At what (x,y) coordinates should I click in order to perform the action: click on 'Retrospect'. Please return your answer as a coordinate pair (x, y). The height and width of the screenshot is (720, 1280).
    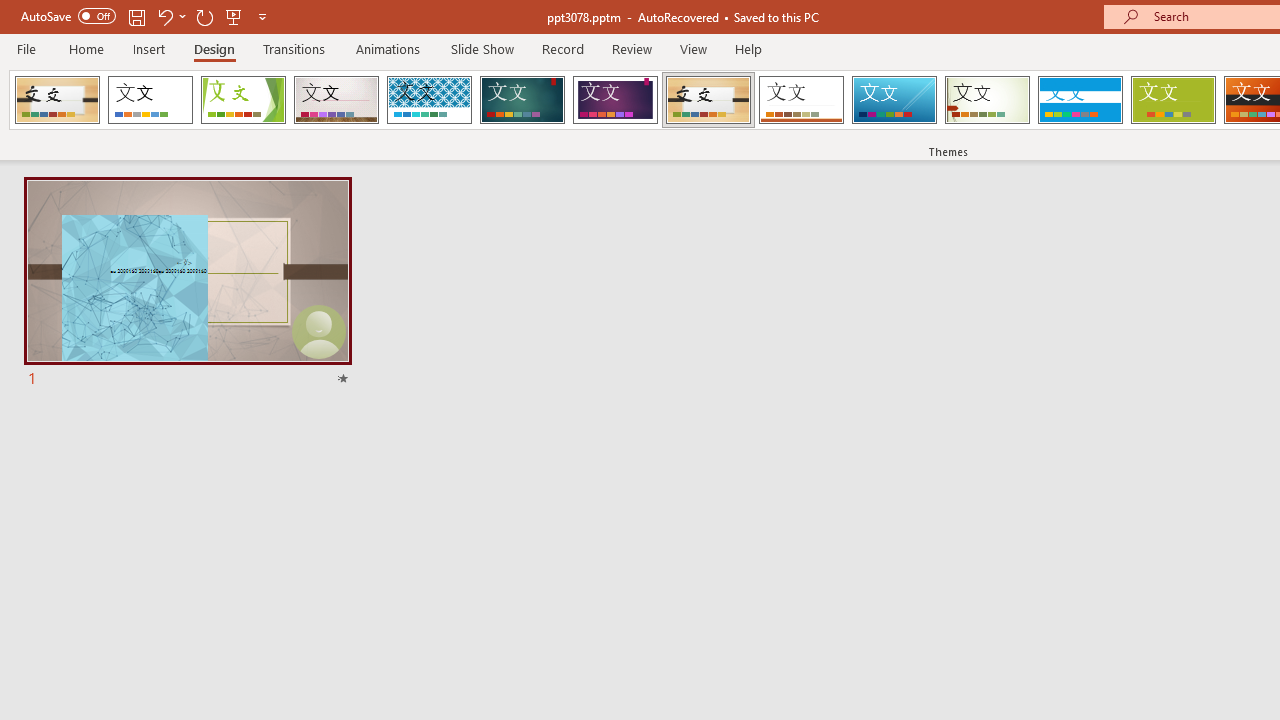
    Looking at the image, I should click on (801, 100).